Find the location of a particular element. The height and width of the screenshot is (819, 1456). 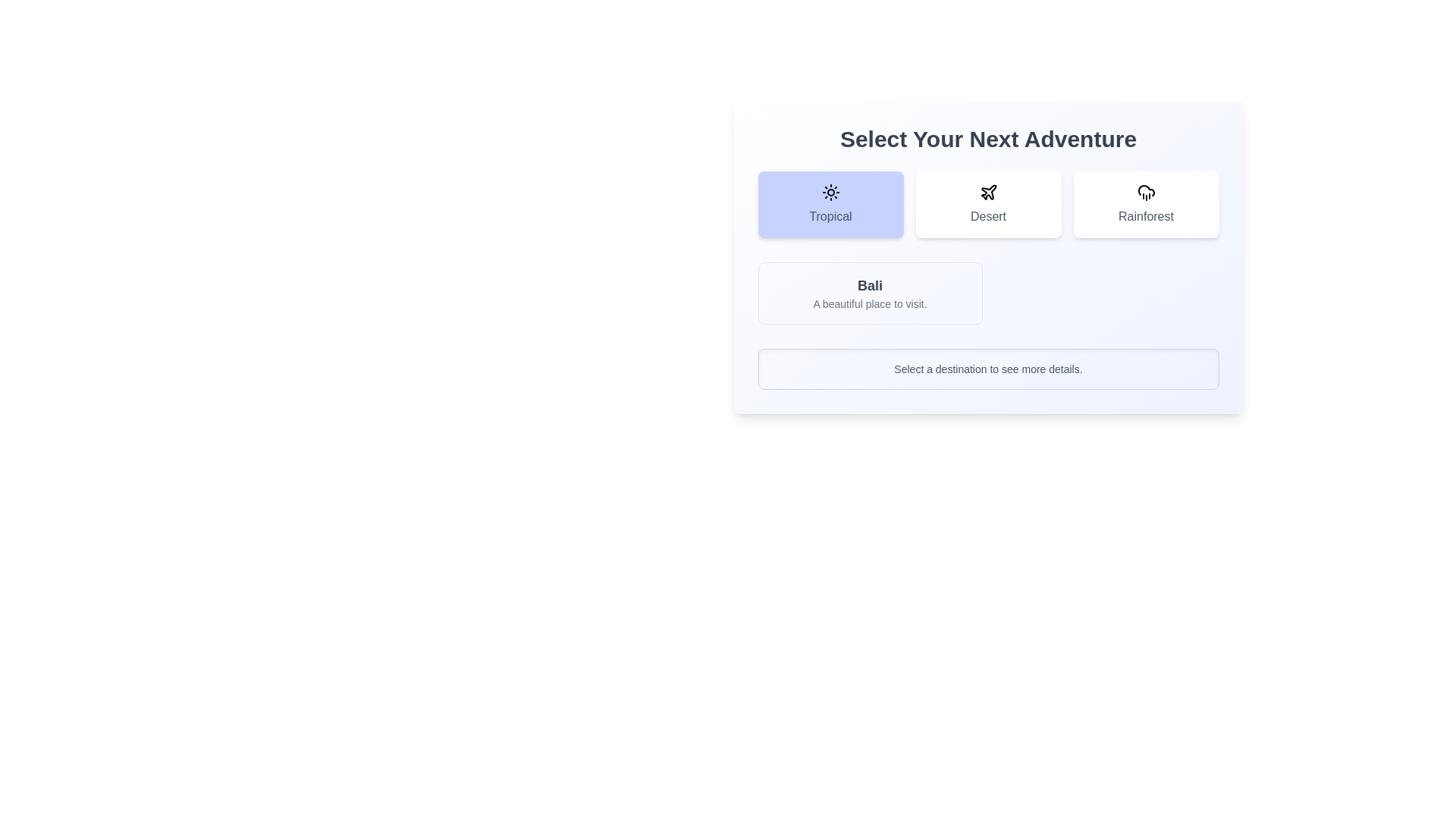

the text label that describes the category or theme represented is located at coordinates (830, 216).